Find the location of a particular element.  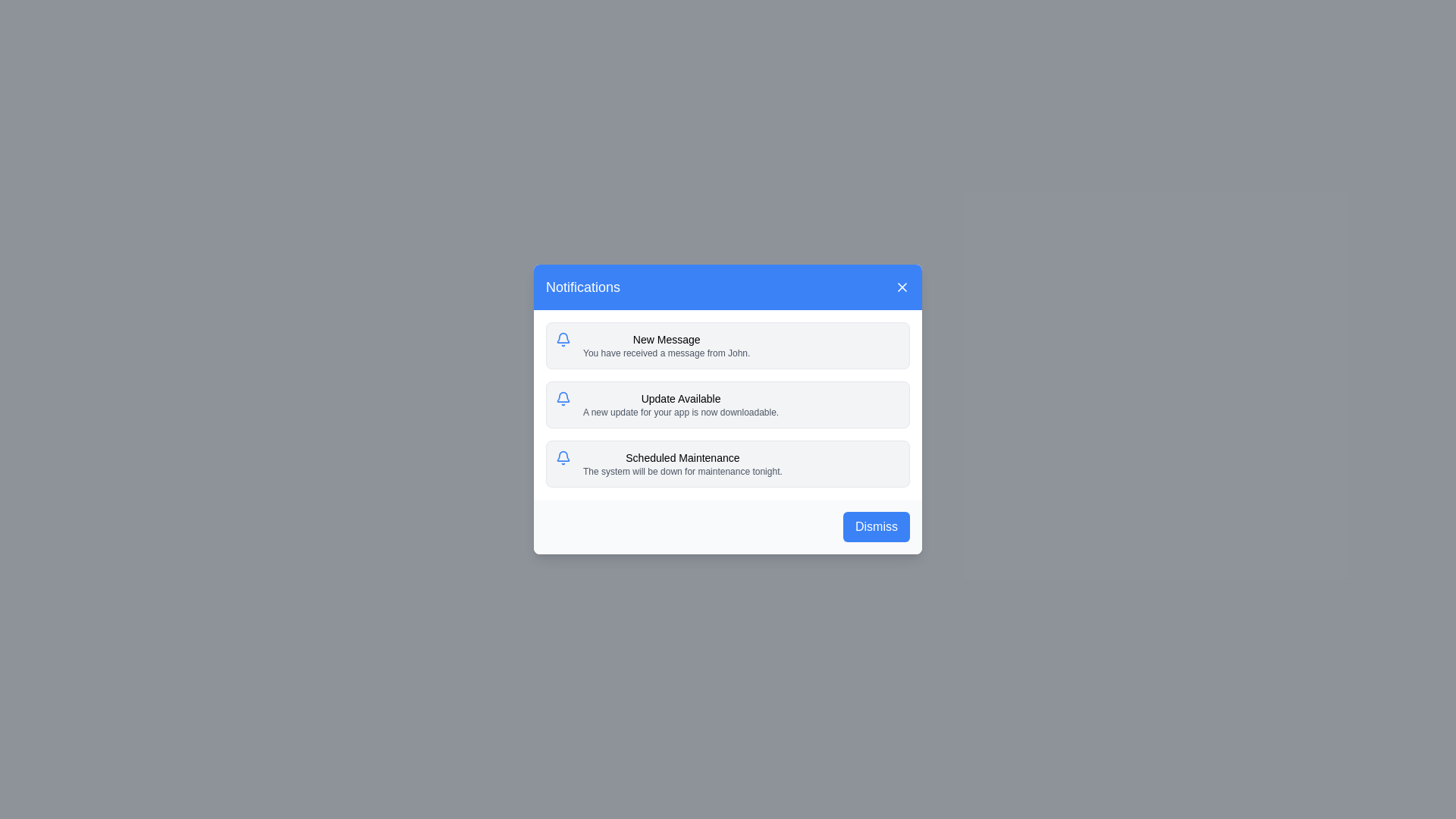

text displayed in the notification card that shows 'New Message' and 'You have received a message from John' is located at coordinates (667, 345).